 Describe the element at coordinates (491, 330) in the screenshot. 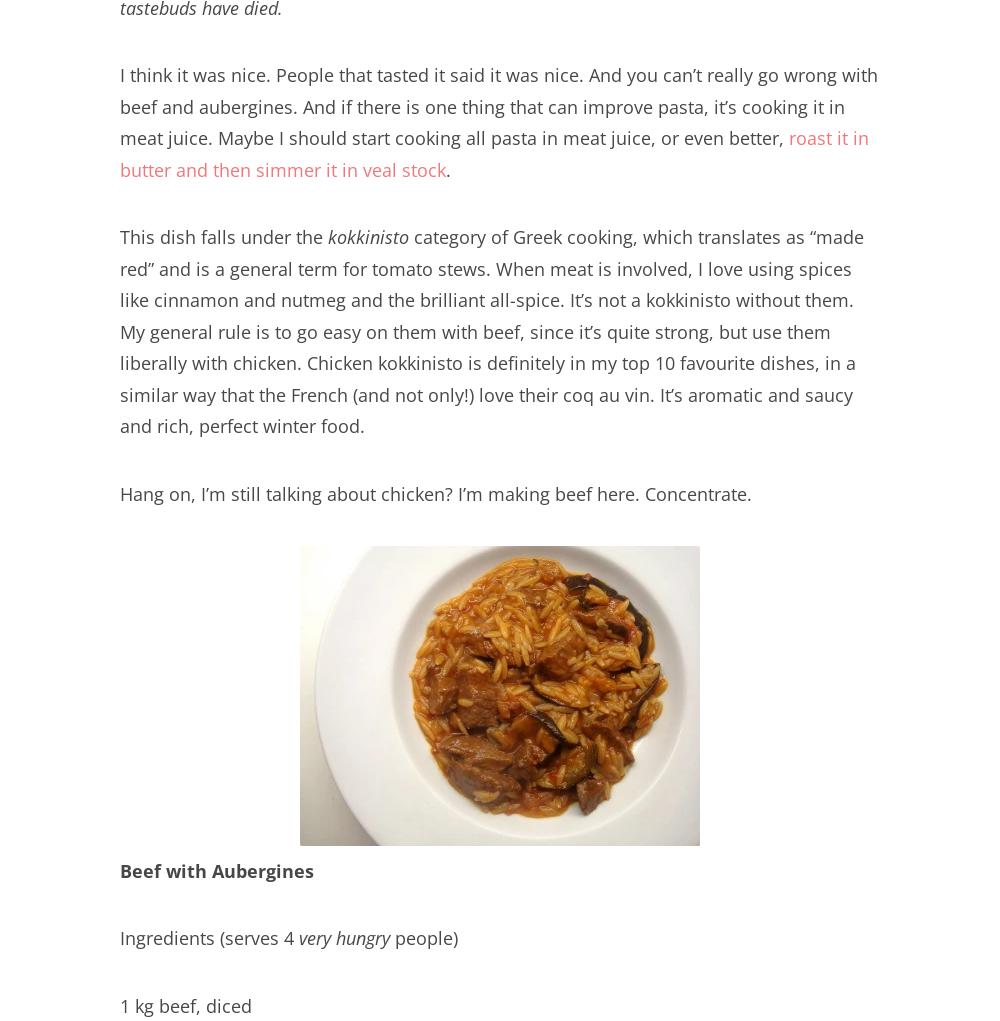

I see `'category of Greek cooking, which translates as “made red” and is a general term for tomato stews. When meat is involved, I love using spices like cinnamon and nutmeg and the brilliant all-spice. It’s not a kokkinisto without them. My general rule is to go easy on them with beef, since it’s quite strong, but use them liberally with chicken. Chicken kokkinisto is definitely in my top 10 favourite dishes, in a similar way that the French (and not only!) love their coq au vin. It’s aromatic and saucy and rich, perfect winter food.'` at that location.